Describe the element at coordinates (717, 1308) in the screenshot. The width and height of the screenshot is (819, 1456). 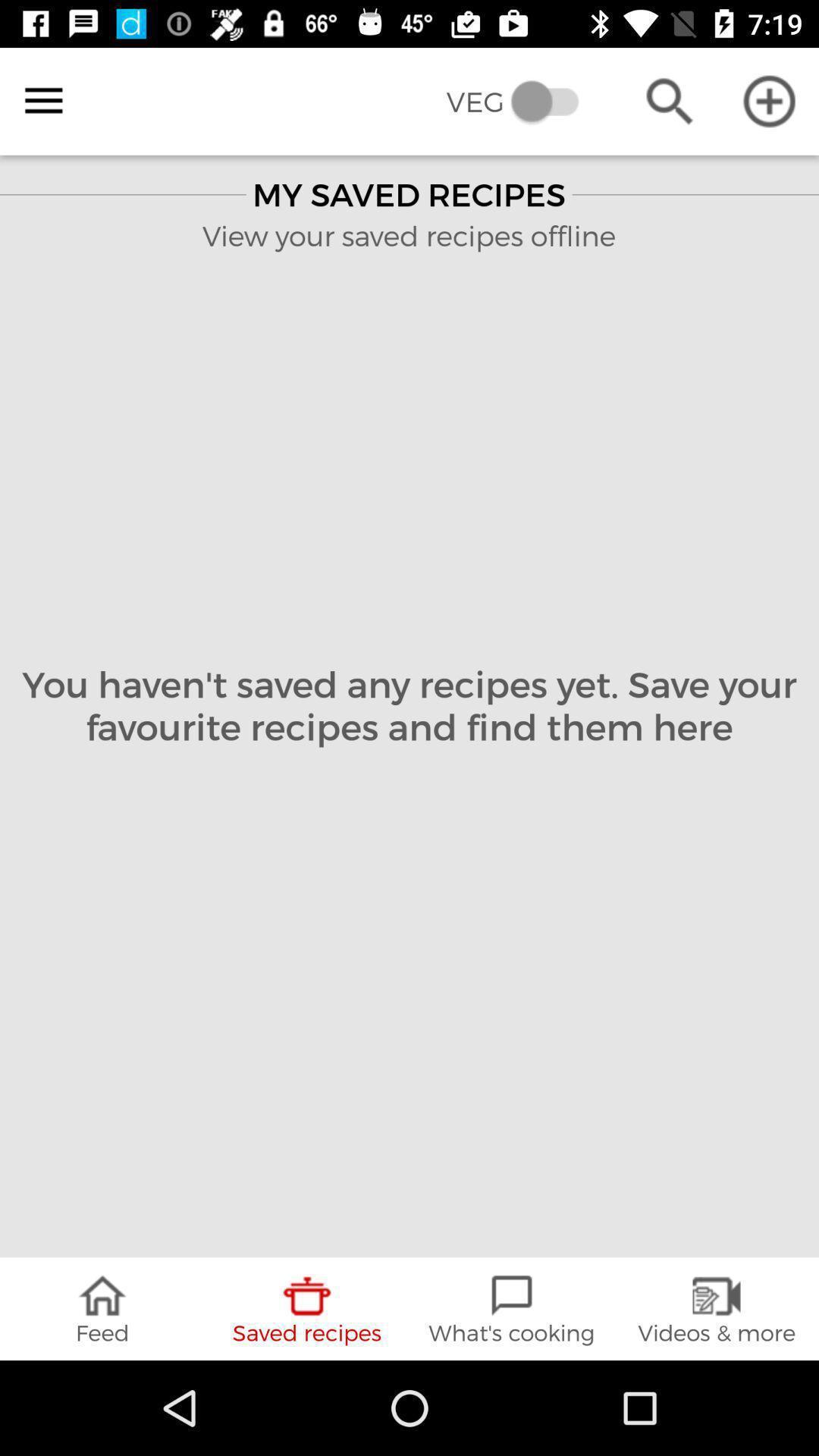
I see `item to the right of the what's cooking item` at that location.